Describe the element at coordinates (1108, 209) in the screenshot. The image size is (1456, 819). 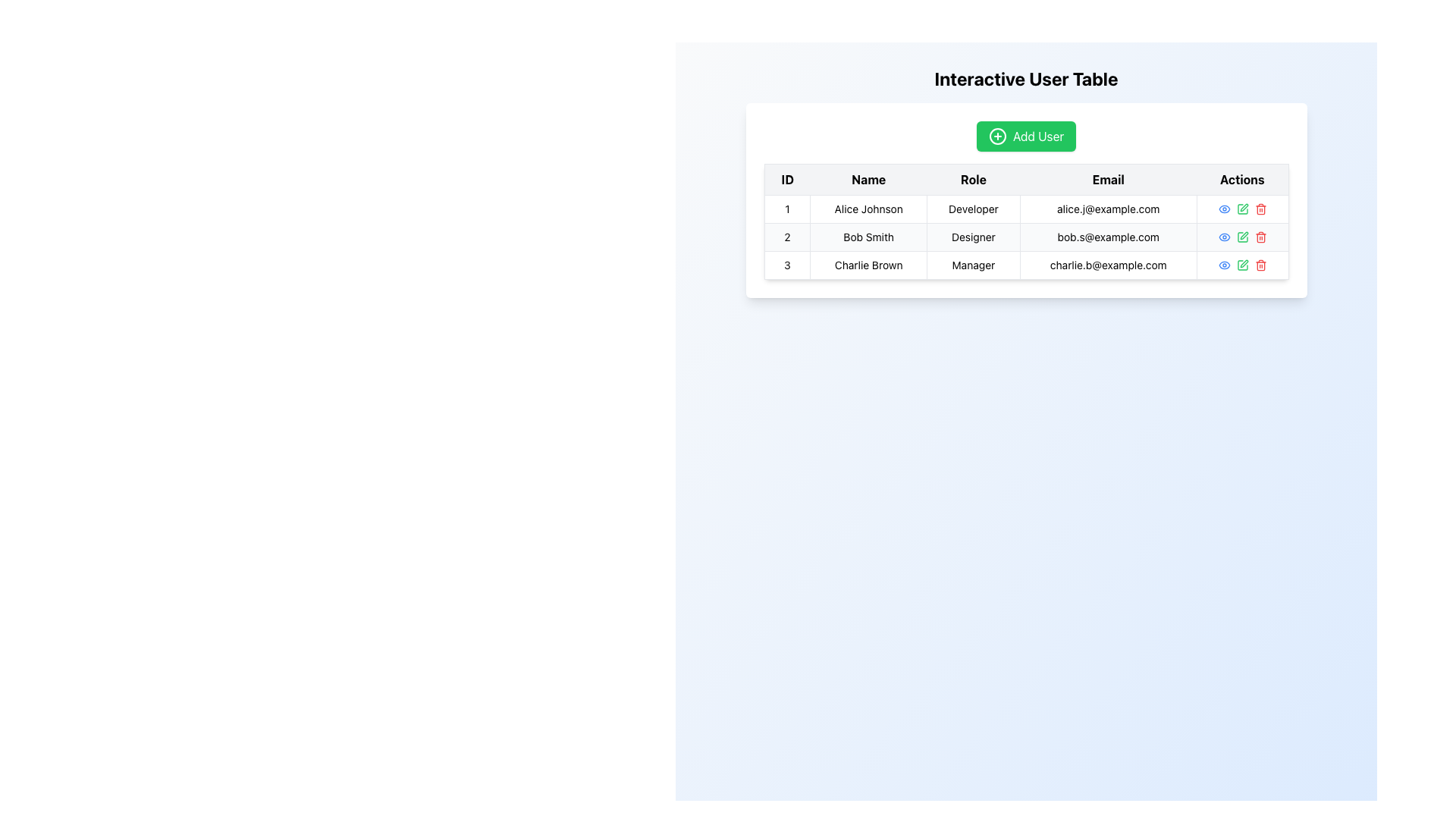
I see `the email address text element displaying 'Alice Johnson' located in the fourth cell of the first row of the table under the 'Email' header` at that location.